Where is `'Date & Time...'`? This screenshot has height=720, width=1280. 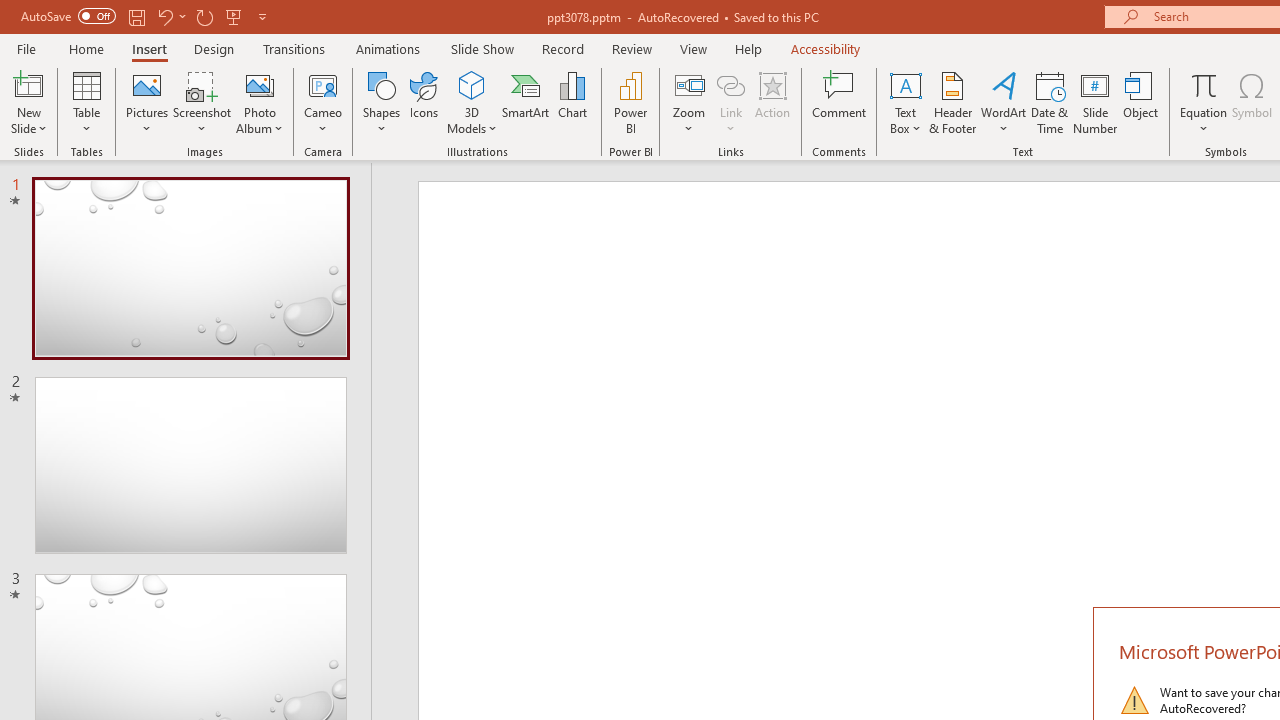 'Date & Time...' is located at coordinates (1049, 103).